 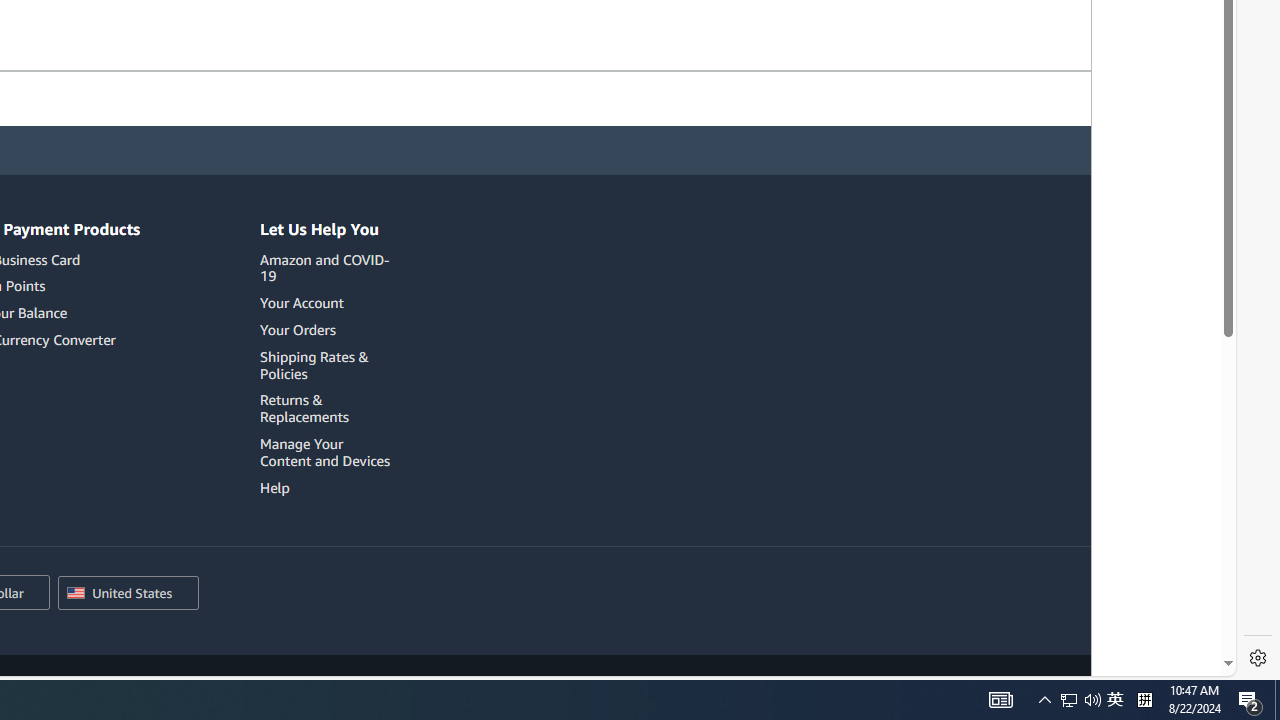 I want to click on 'Returns & Replacements', so click(x=328, y=407).